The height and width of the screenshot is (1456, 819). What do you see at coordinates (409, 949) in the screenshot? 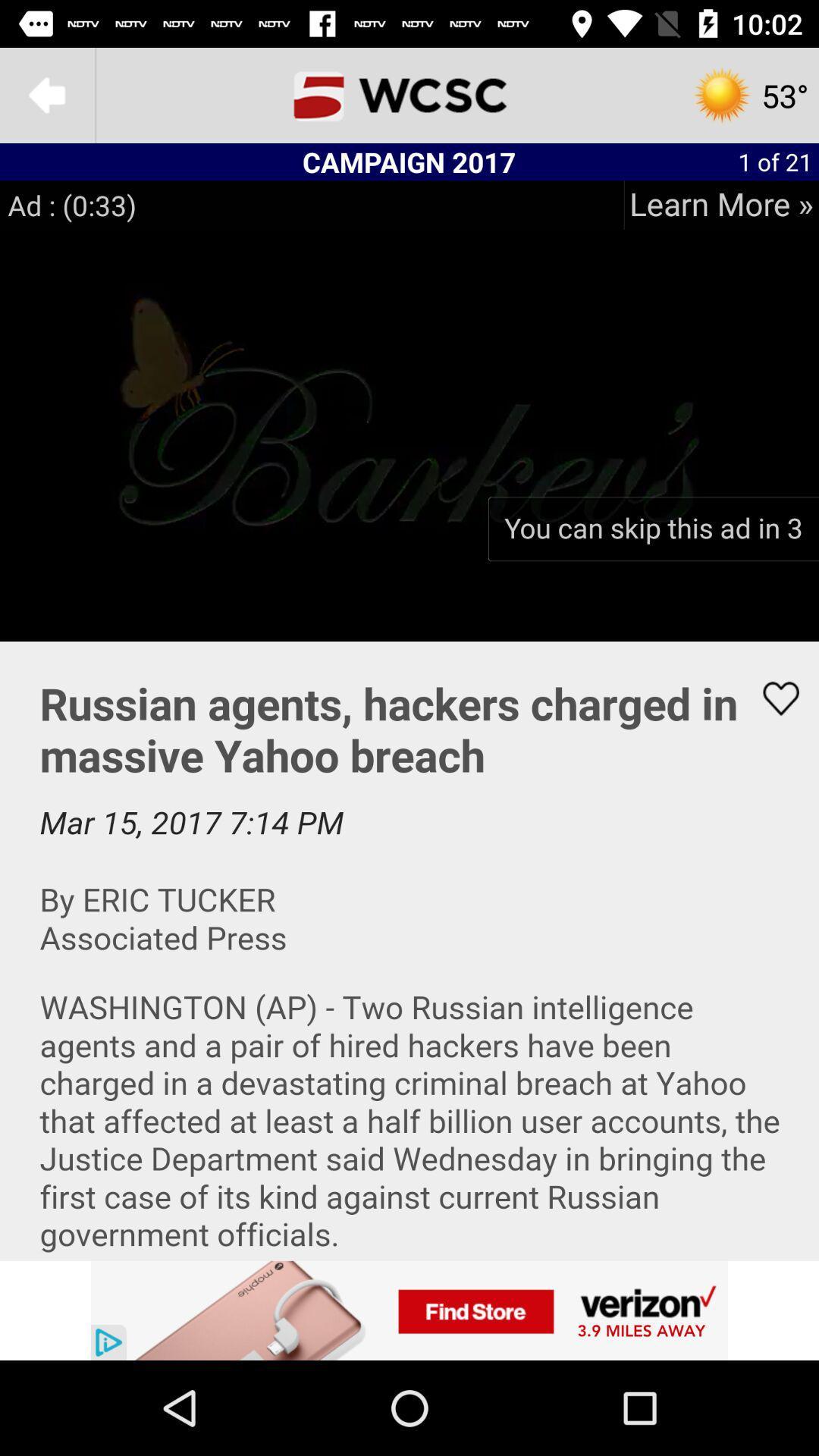
I see `share the article` at bounding box center [409, 949].